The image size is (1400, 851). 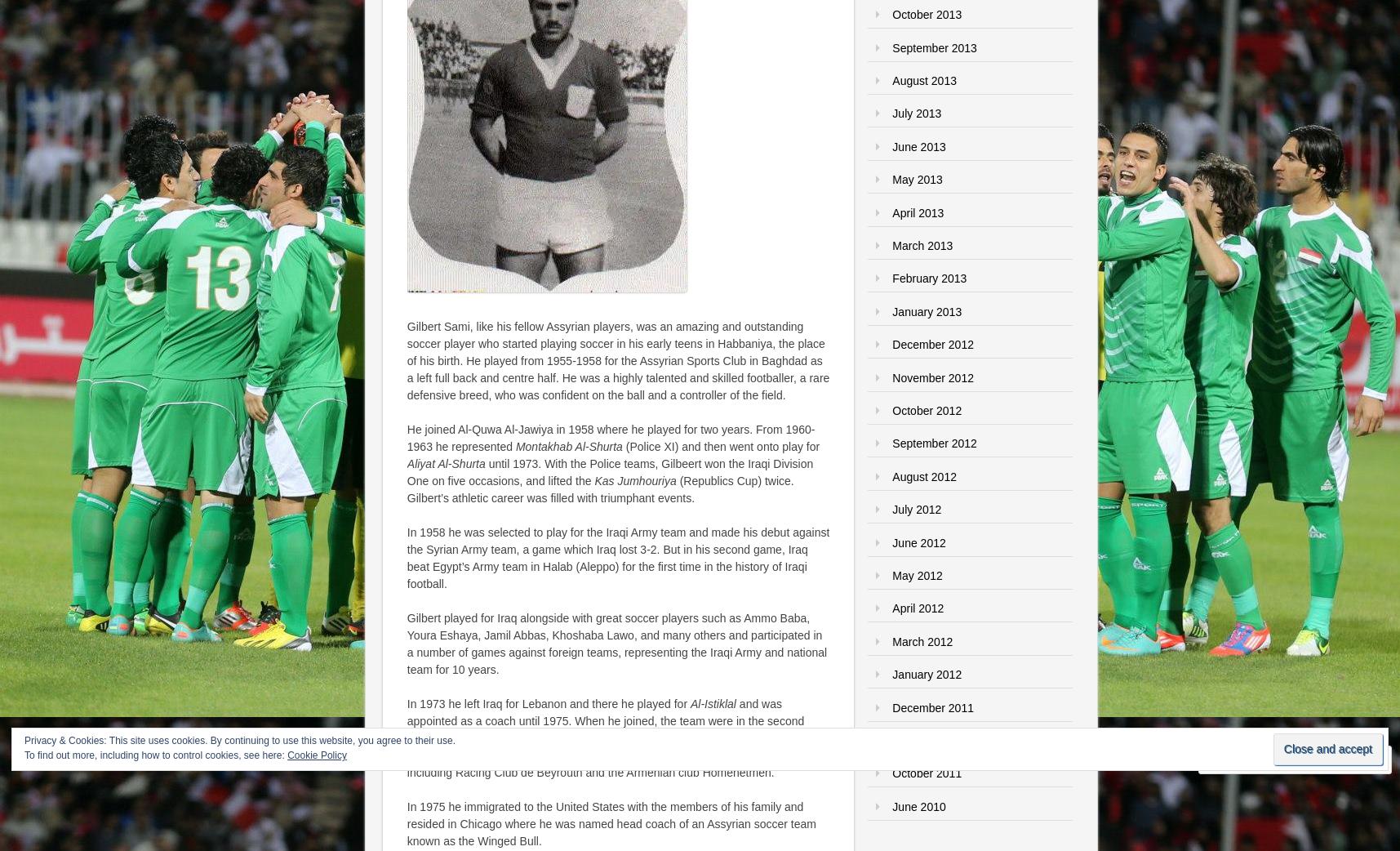 What do you see at coordinates (688, 703) in the screenshot?
I see `'Al-Istiklal'` at bounding box center [688, 703].